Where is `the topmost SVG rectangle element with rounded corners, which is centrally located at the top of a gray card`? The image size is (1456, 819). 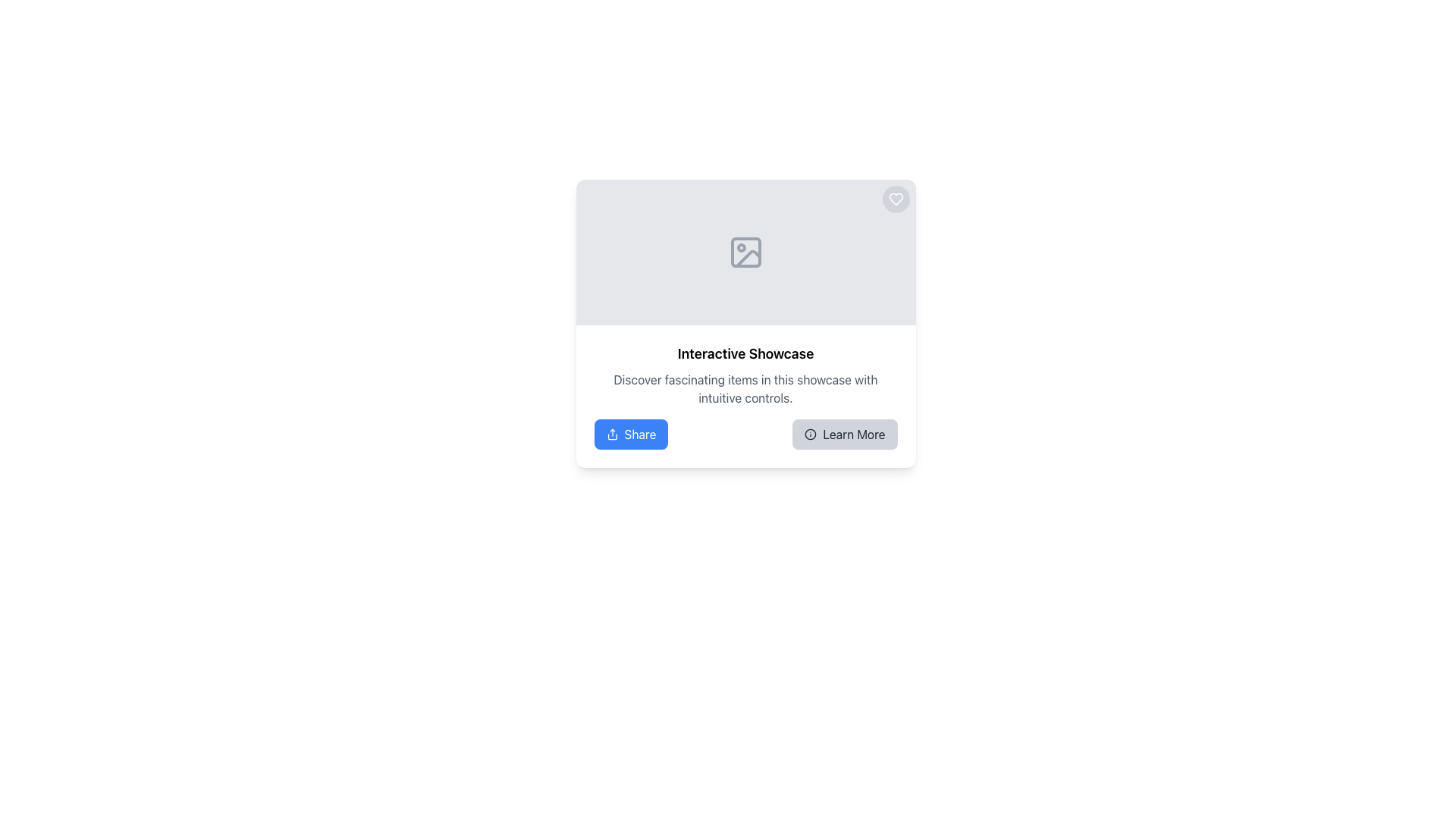 the topmost SVG rectangle element with rounded corners, which is centrally located at the top of a gray card is located at coordinates (745, 251).